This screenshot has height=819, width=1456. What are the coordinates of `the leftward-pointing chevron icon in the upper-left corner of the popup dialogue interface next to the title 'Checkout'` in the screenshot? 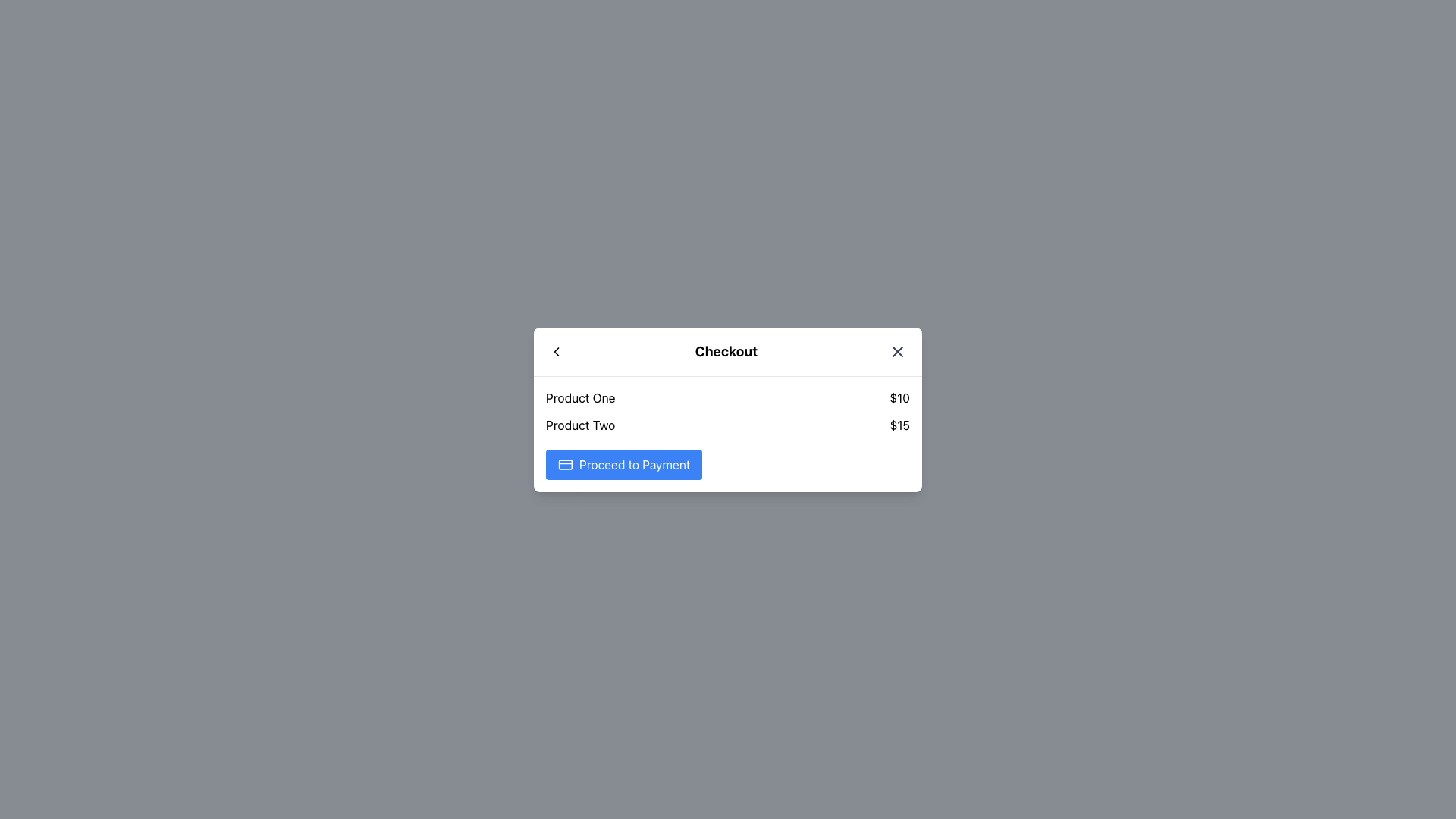 It's located at (556, 351).